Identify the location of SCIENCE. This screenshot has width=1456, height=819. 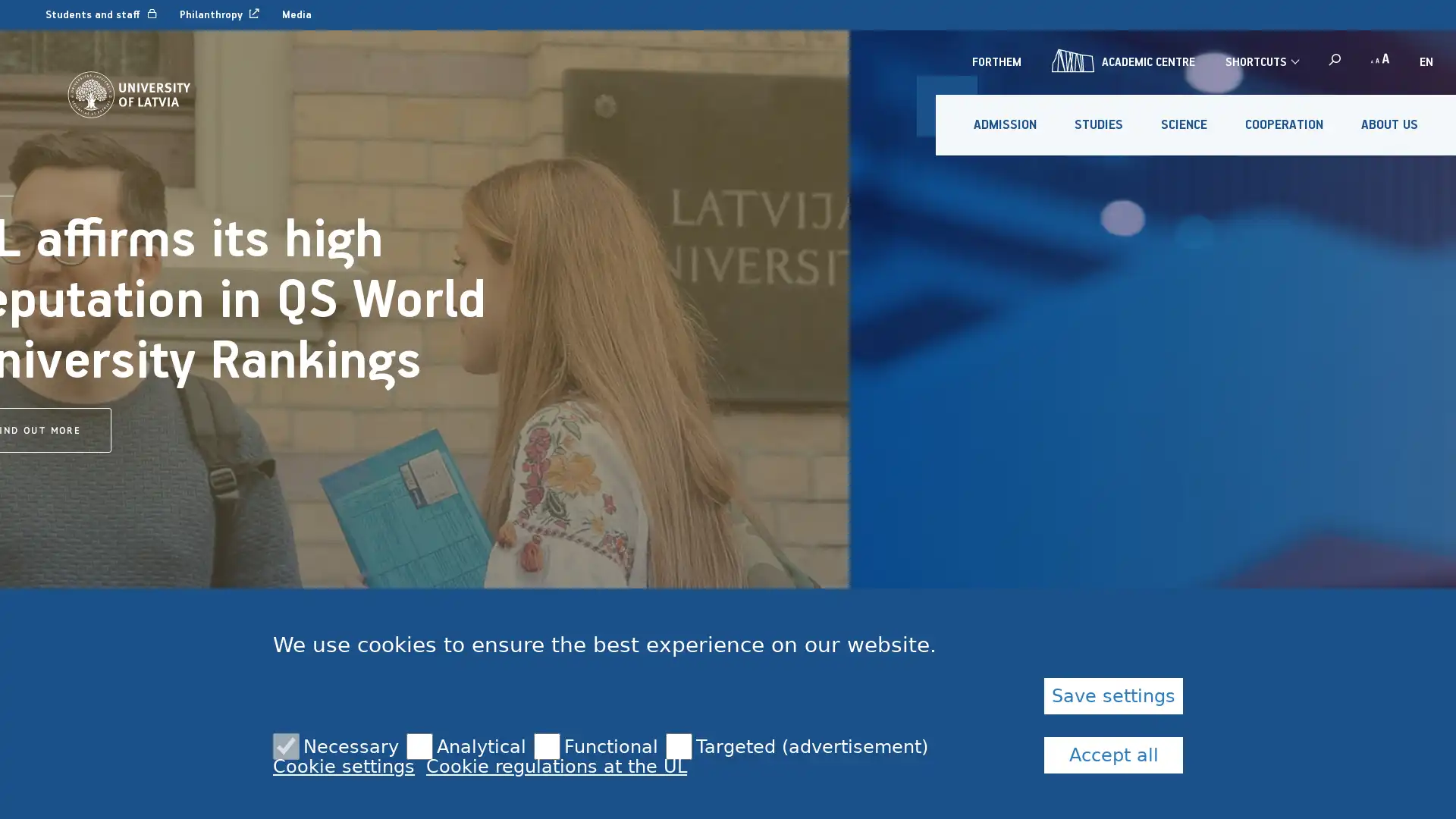
(1183, 124).